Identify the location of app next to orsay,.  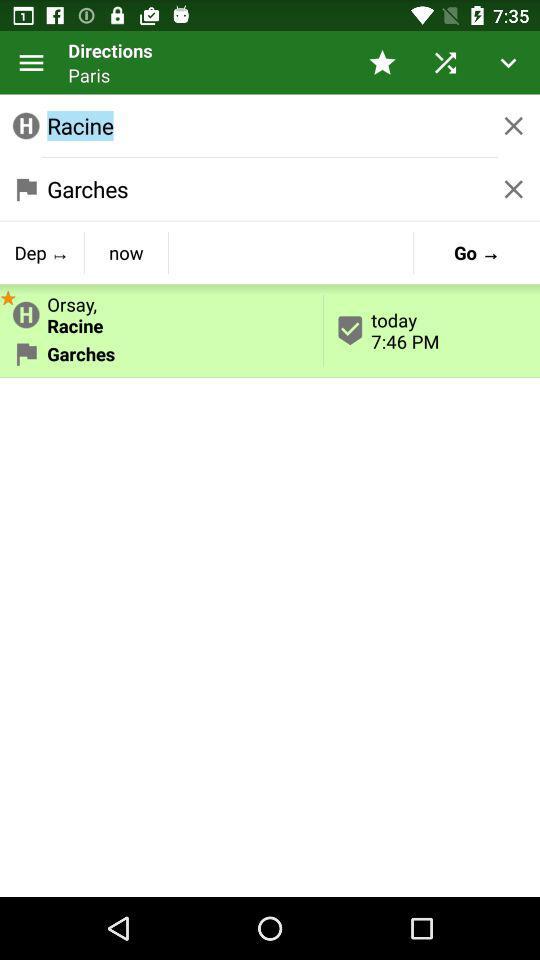
(475, 251).